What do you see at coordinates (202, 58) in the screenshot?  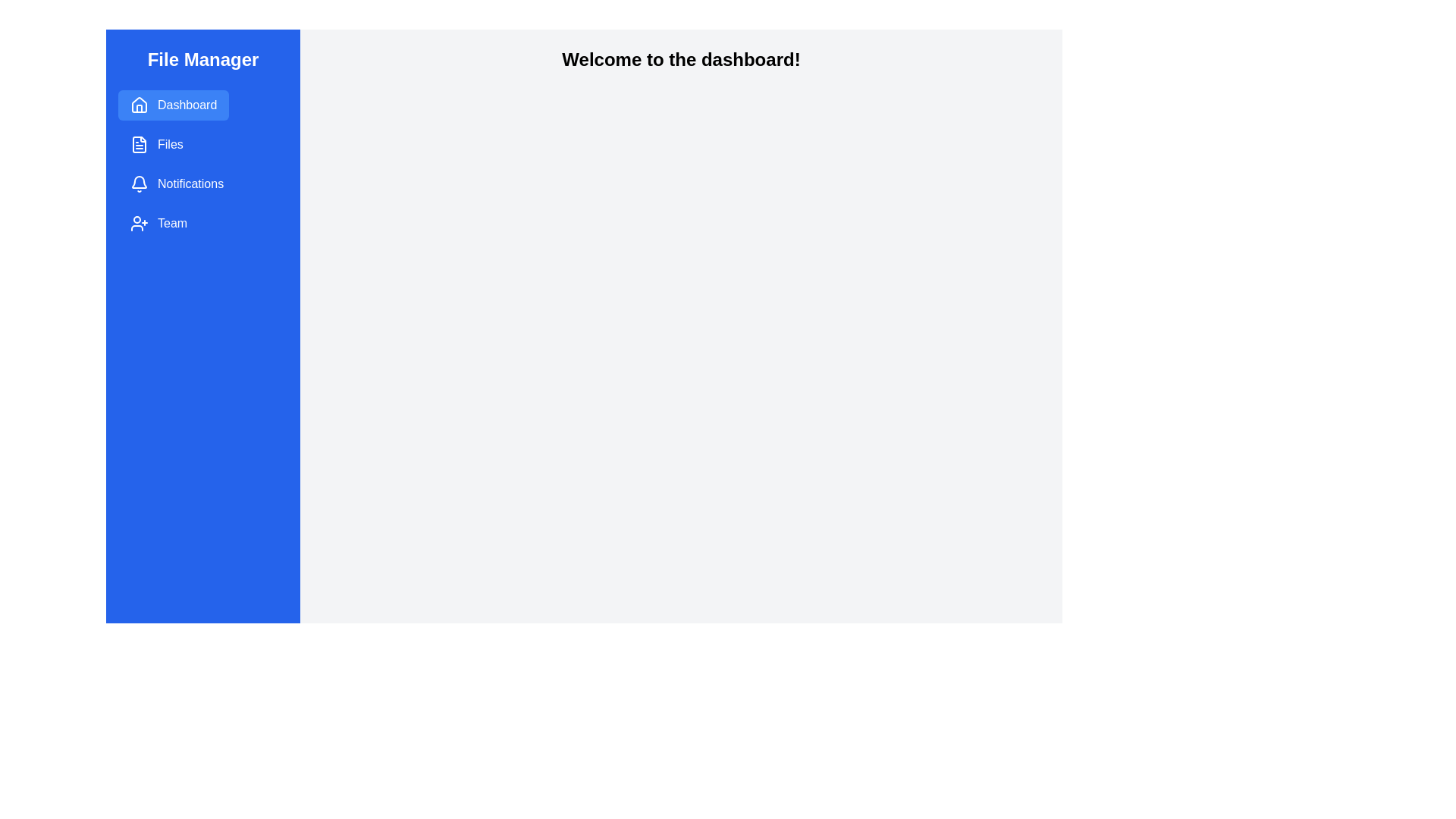 I see `the 'File Manager' title located at the top of the sidebar navigation` at bounding box center [202, 58].